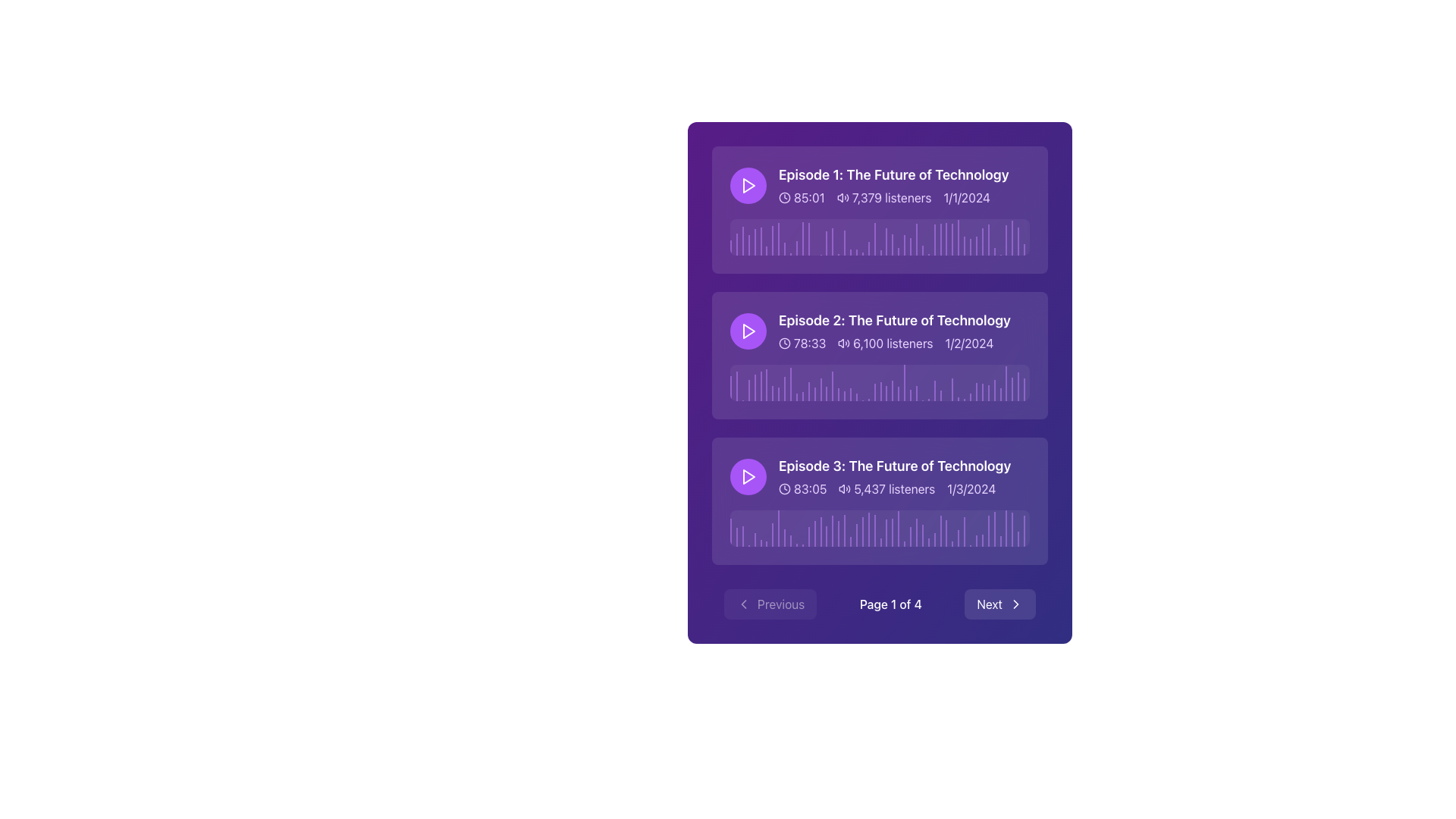 The height and width of the screenshot is (819, 1456). What do you see at coordinates (905, 382) in the screenshot?
I see `the thin vertical purple bar that represents a graphical component in the waveform visualizer` at bounding box center [905, 382].